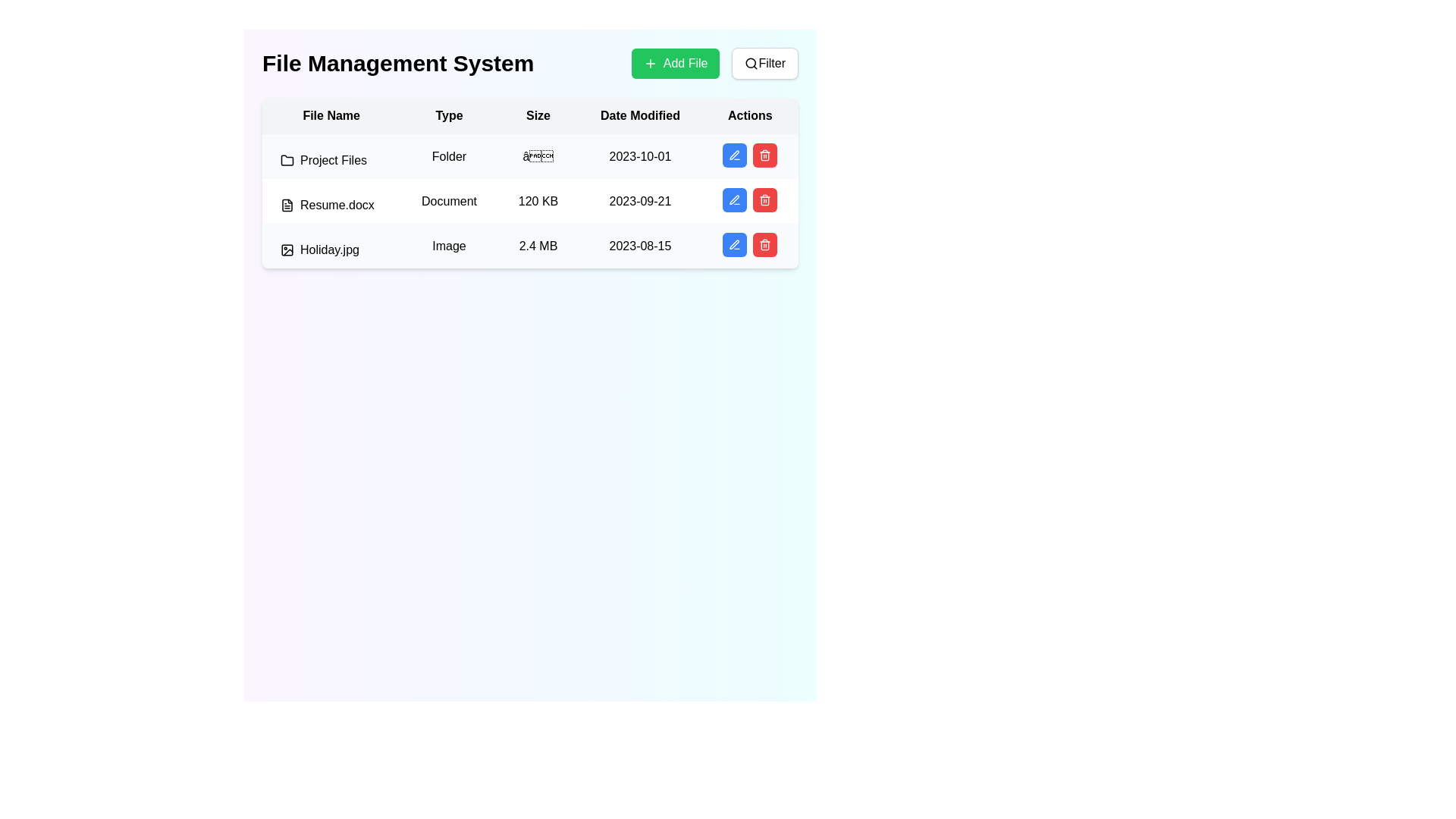 Image resolution: width=1456 pixels, height=819 pixels. Describe the element at coordinates (752, 63) in the screenshot. I see `the 'Filter' button which contains the magnifying glass icon used for search functionality, located in the top-right corner of the interface` at that location.